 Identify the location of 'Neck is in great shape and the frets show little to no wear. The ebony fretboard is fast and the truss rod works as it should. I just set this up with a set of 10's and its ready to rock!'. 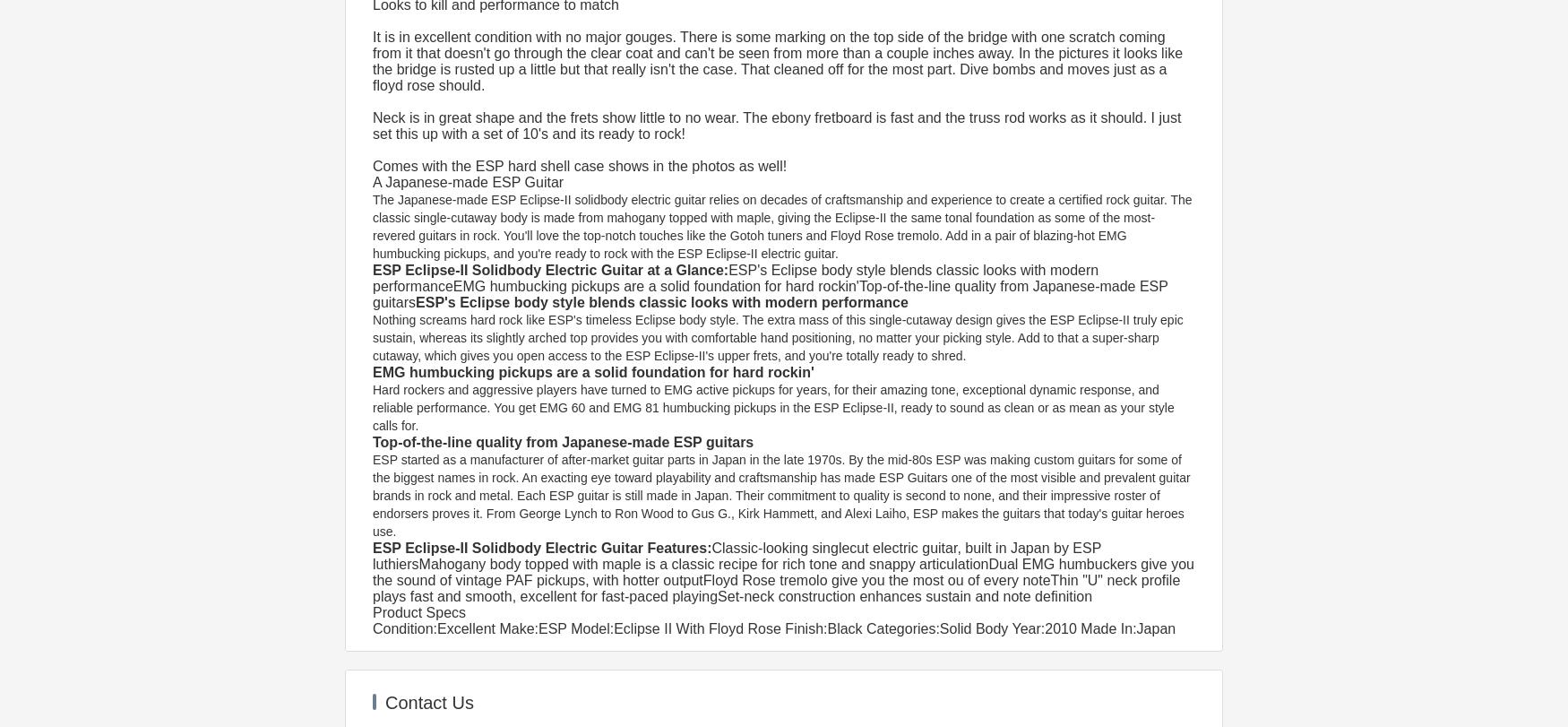
(371, 125).